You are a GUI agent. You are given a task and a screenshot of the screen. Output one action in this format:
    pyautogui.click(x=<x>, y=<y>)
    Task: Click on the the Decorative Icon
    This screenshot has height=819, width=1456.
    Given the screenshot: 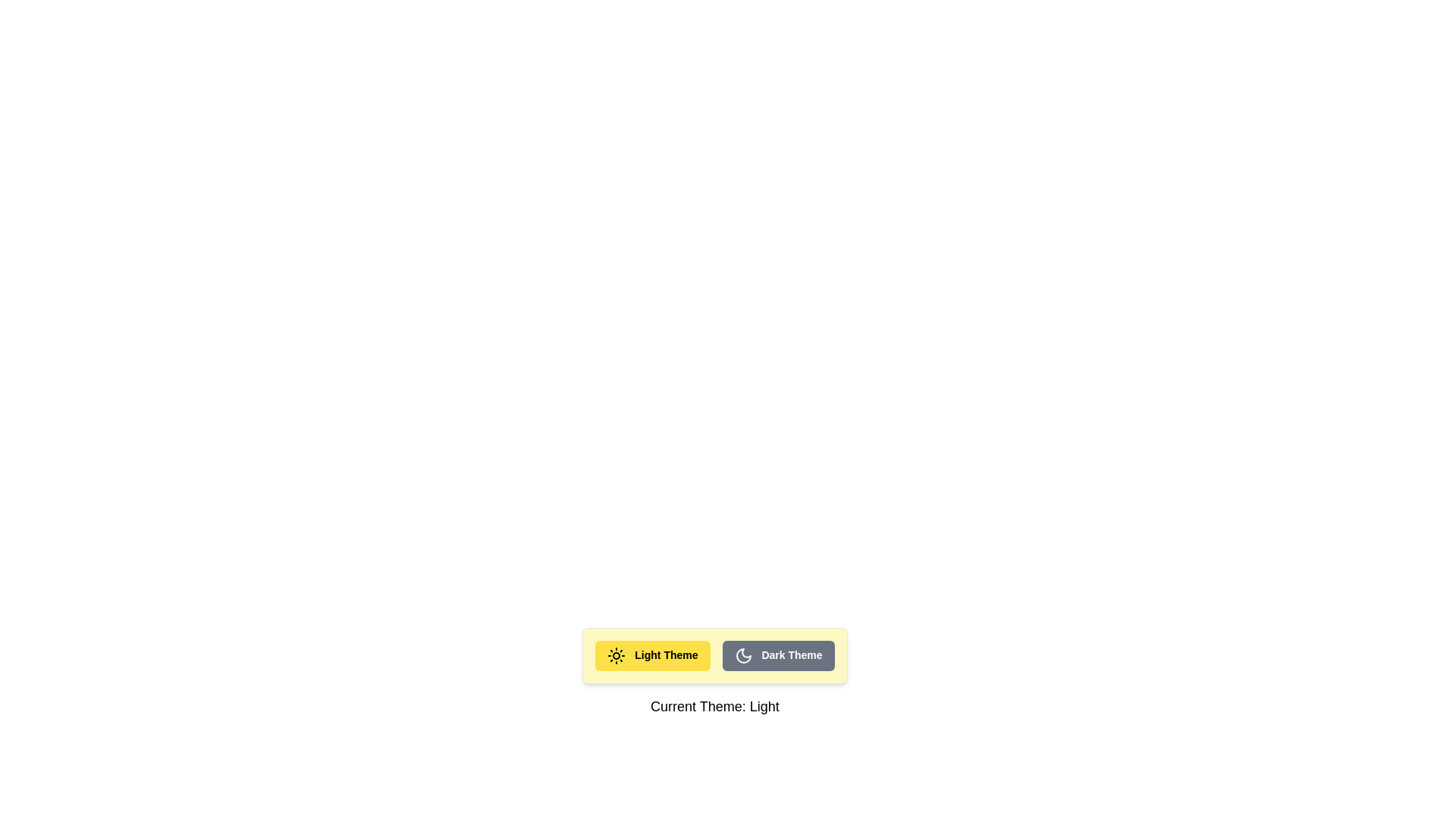 What is the action you would take?
    pyautogui.click(x=617, y=654)
    